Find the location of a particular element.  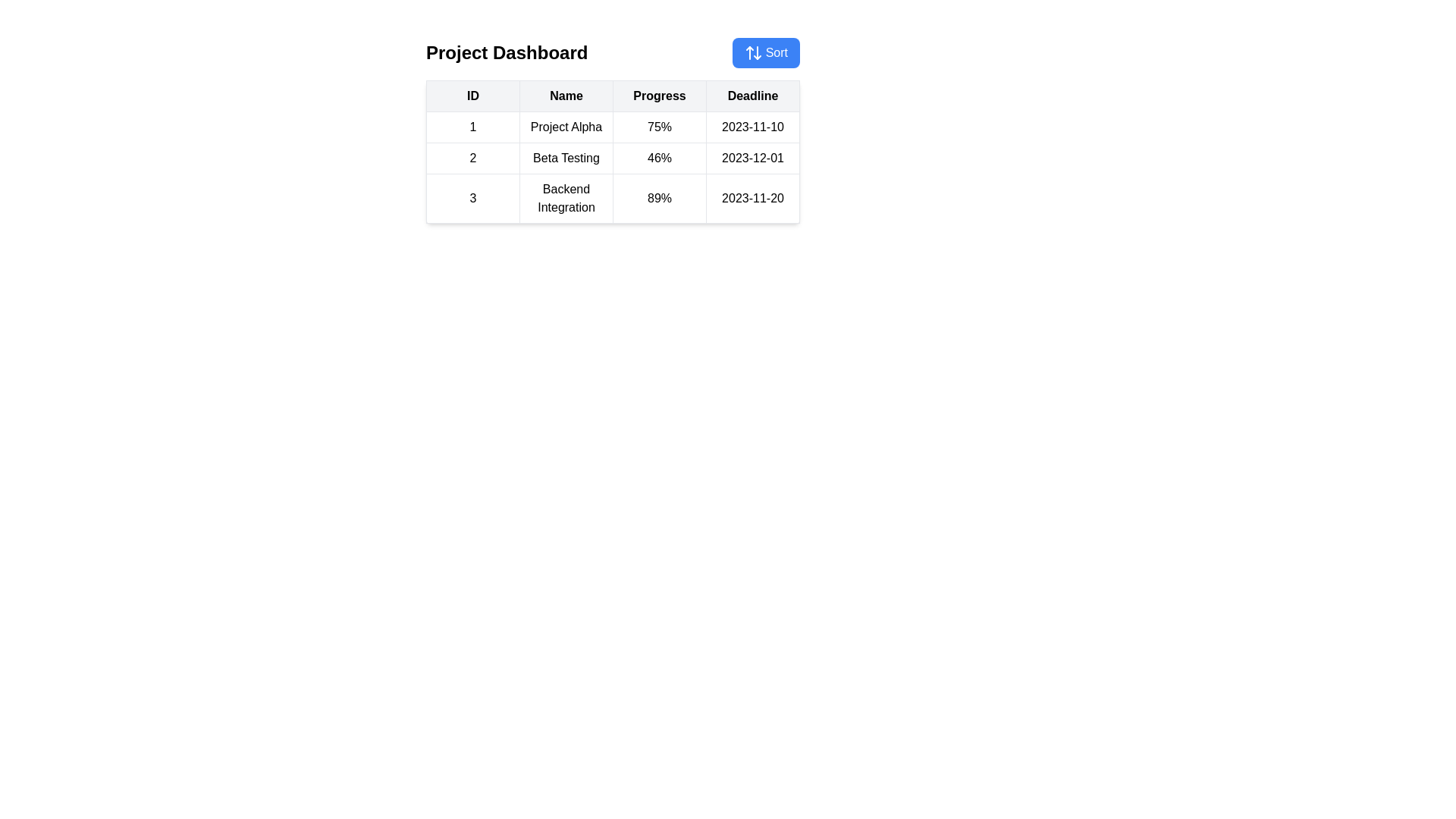

text label that says 'Backend Integration' located in the second column of the table row with ID '3' is located at coordinates (566, 198).